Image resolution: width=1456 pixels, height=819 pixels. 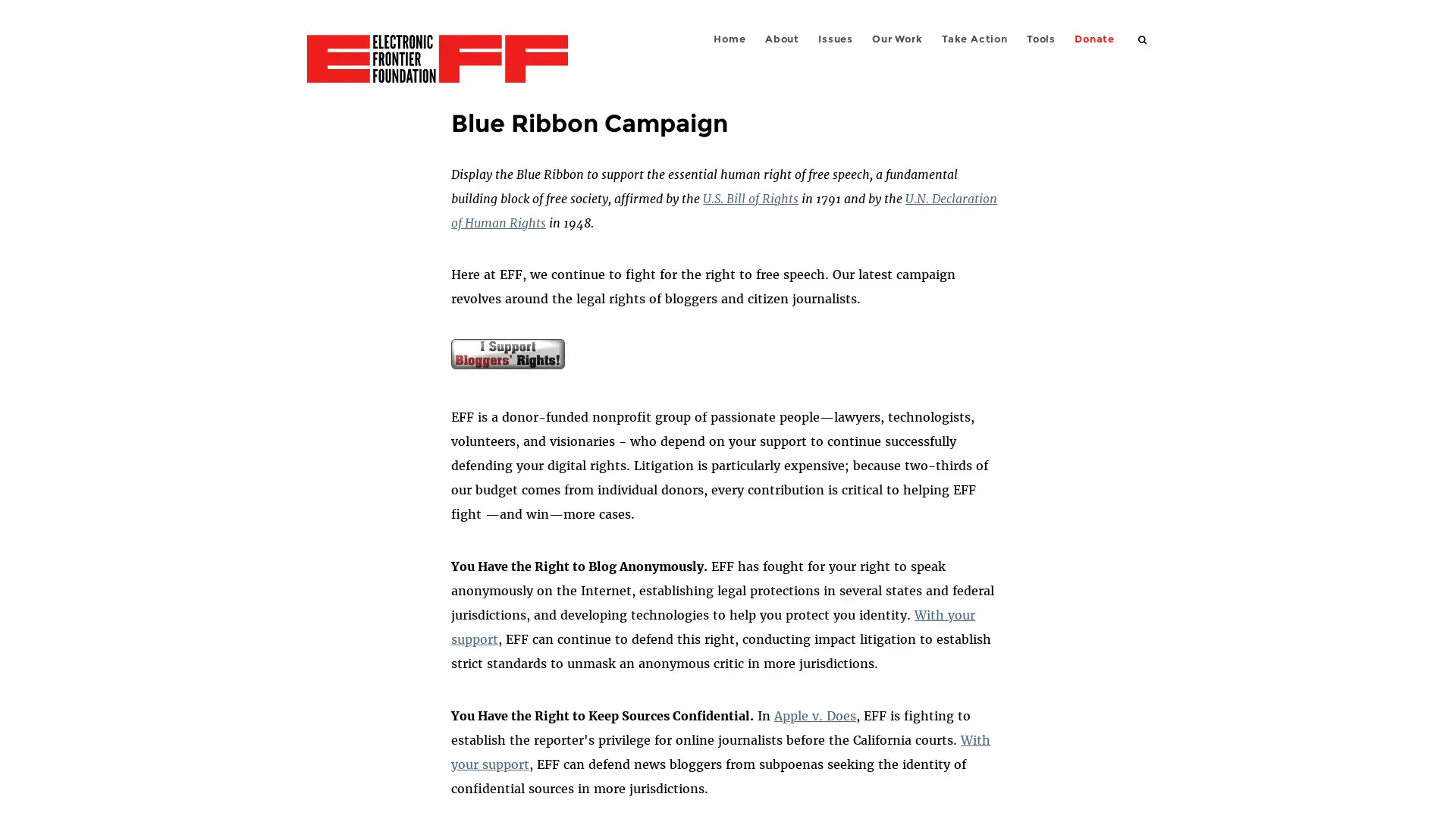 What do you see at coordinates (1143, 38) in the screenshot?
I see `search` at bounding box center [1143, 38].